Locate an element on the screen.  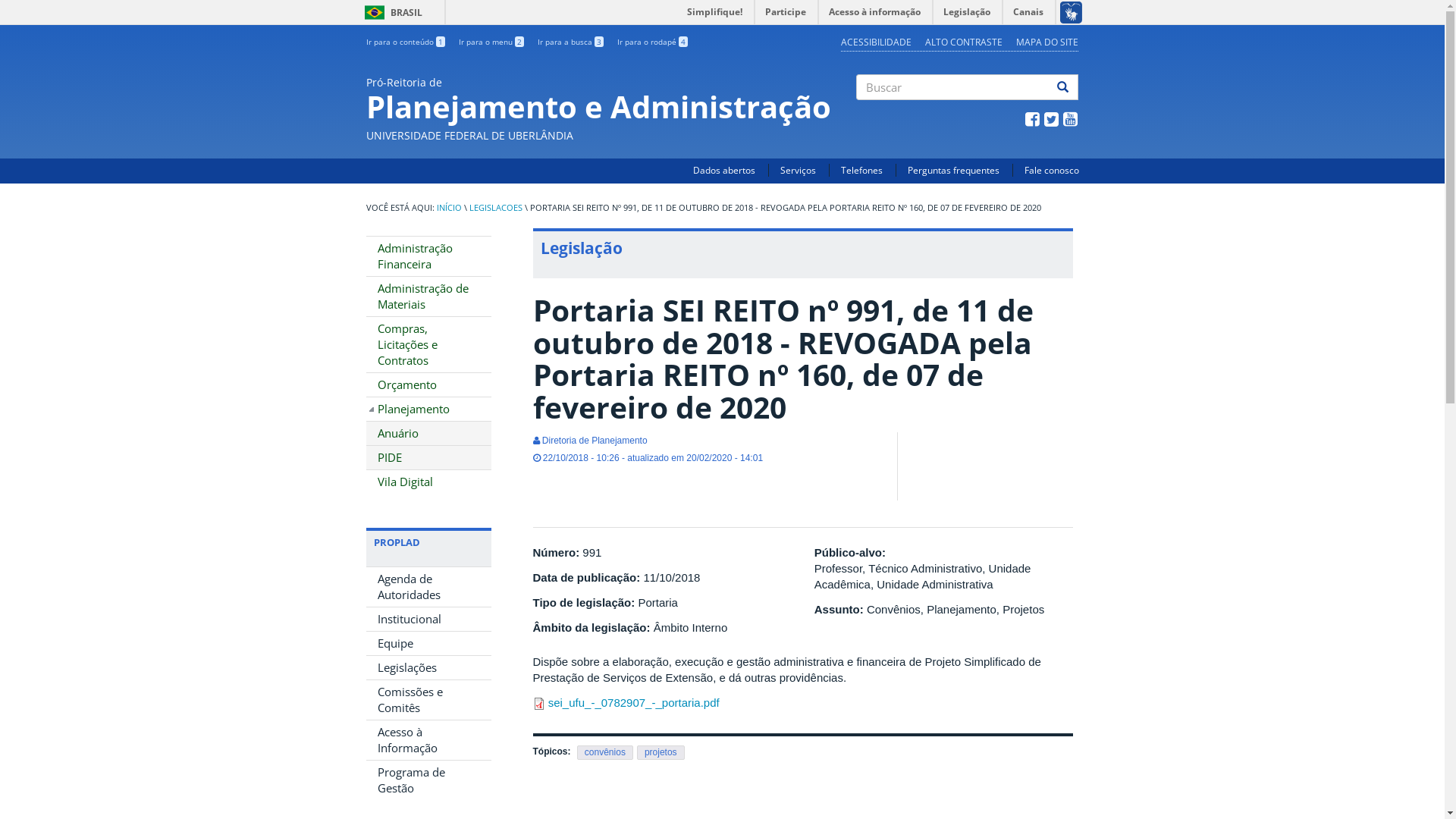
'Ir para a busca 3' is located at coordinates (537, 40).